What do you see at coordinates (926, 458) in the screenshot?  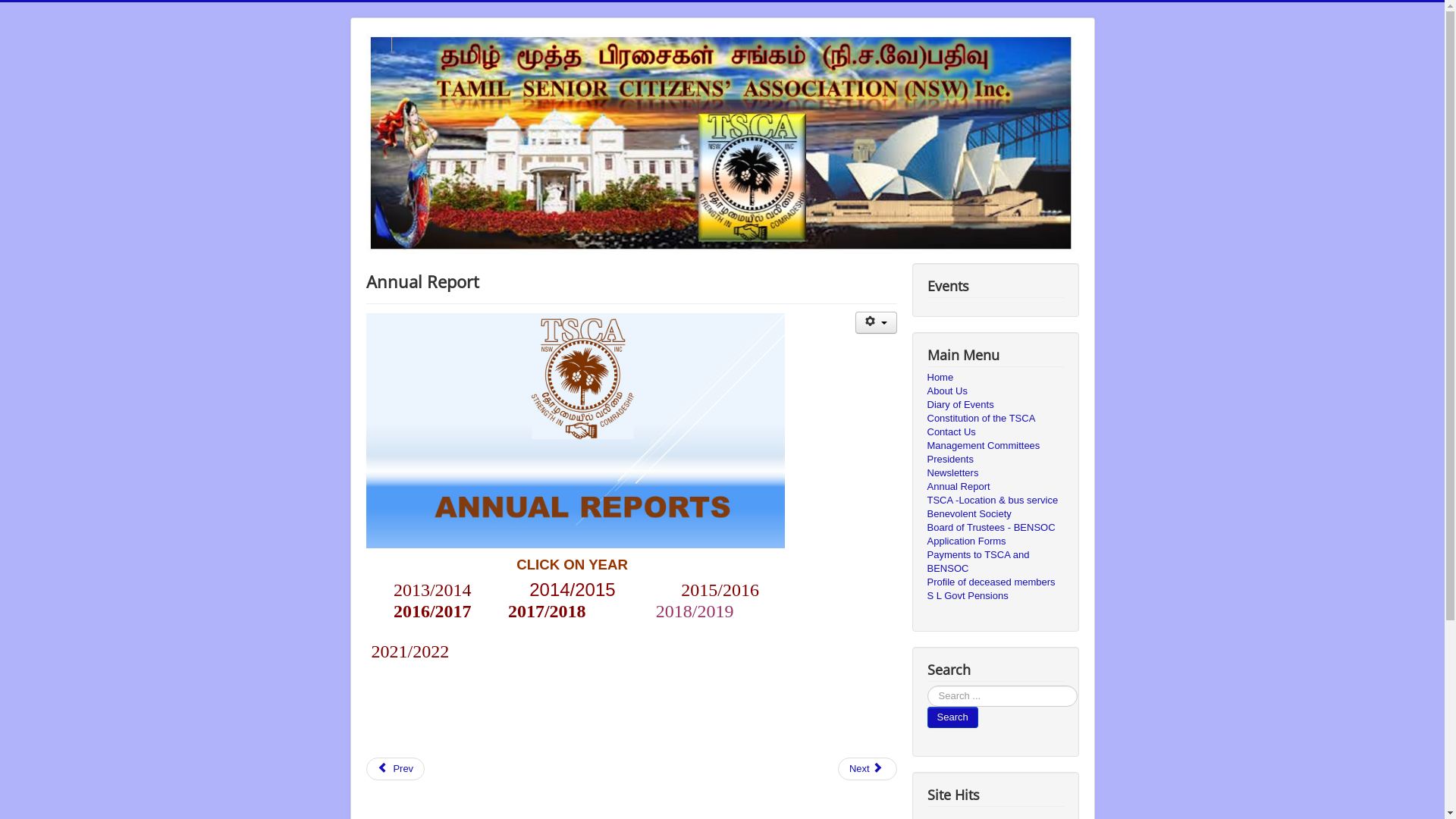 I see `'Presidents'` at bounding box center [926, 458].